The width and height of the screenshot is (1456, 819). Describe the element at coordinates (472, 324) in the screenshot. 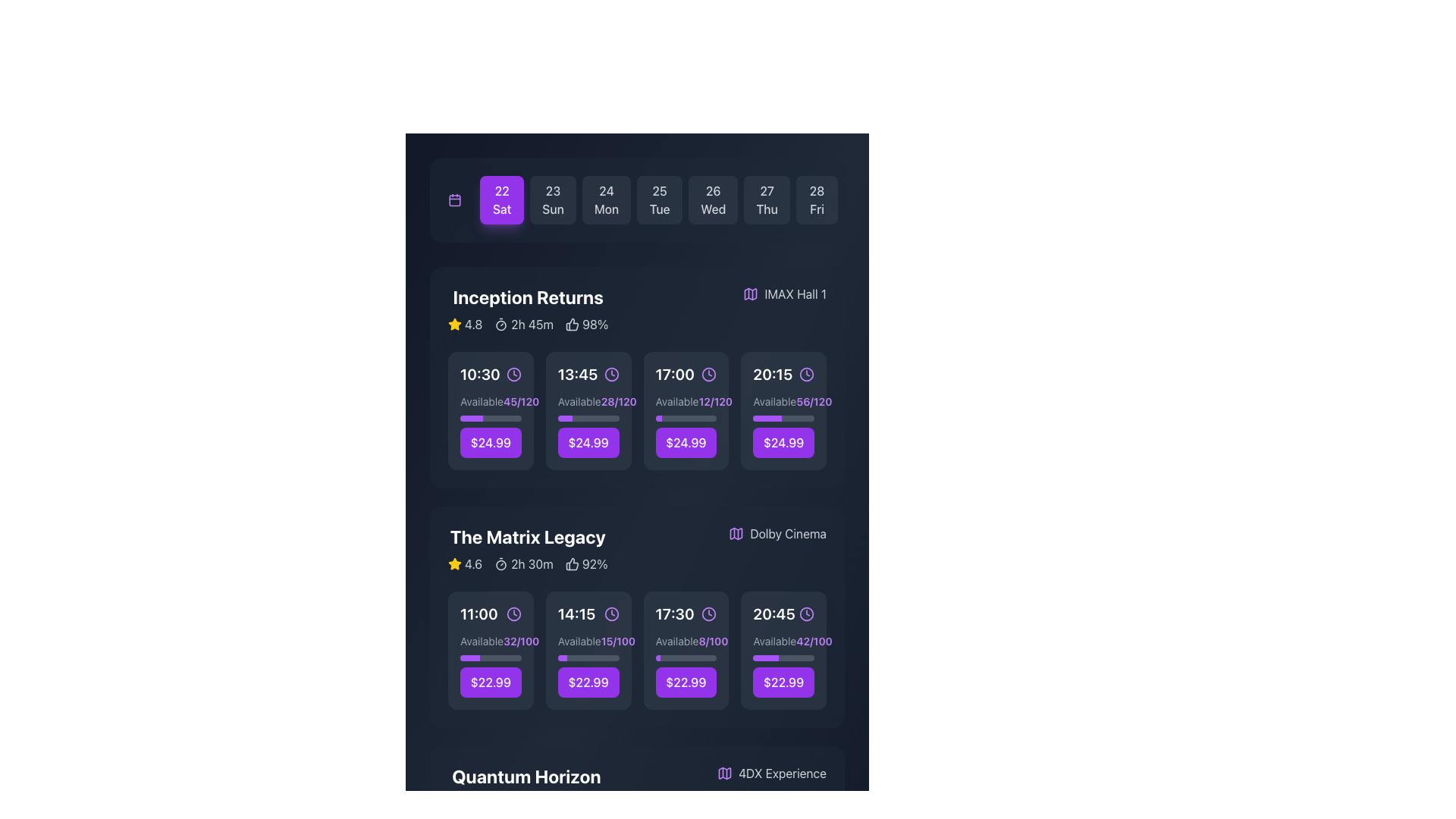

I see `rating score displayed in the text label located beside the yellow star icon for the movie 'Inception Returns', situated in the upper part of its section` at that location.